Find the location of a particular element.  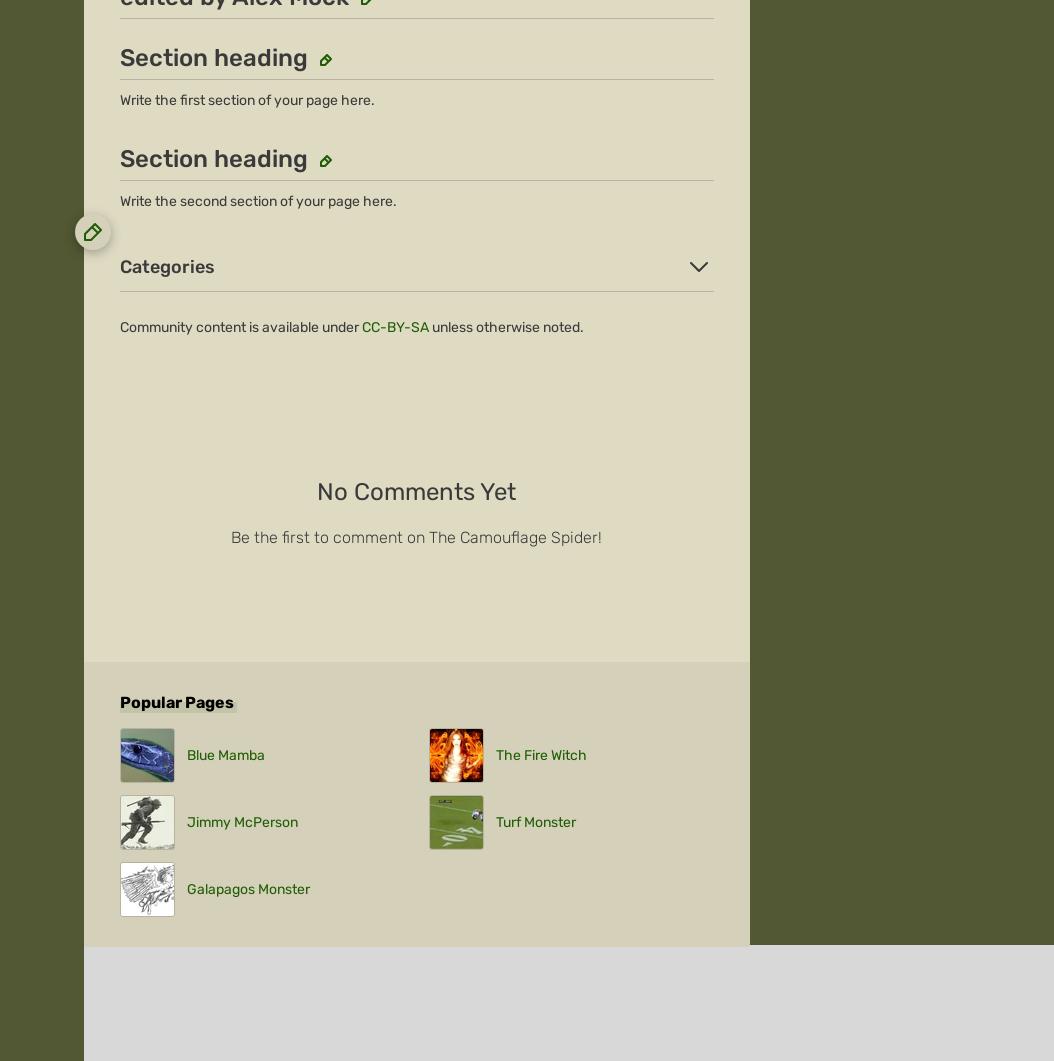

'Press' is located at coordinates (101, 308).